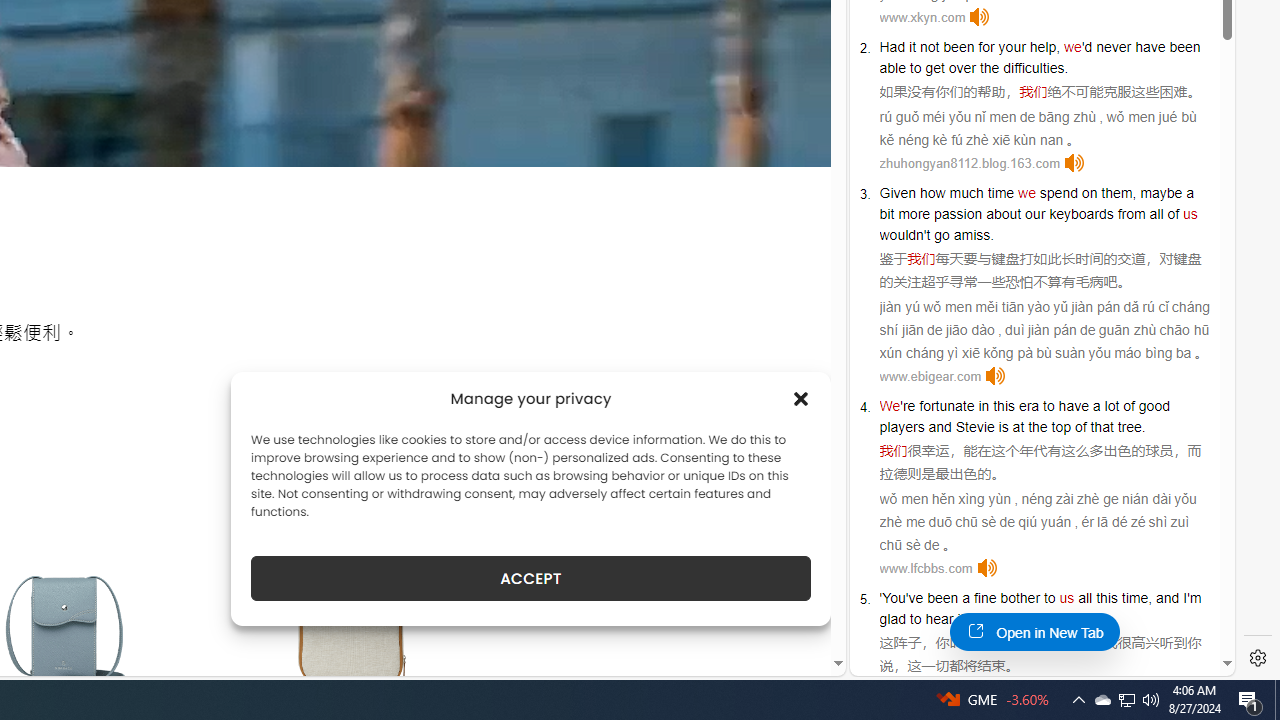  Describe the element at coordinates (531, 578) in the screenshot. I see `'ACCEPT'` at that location.